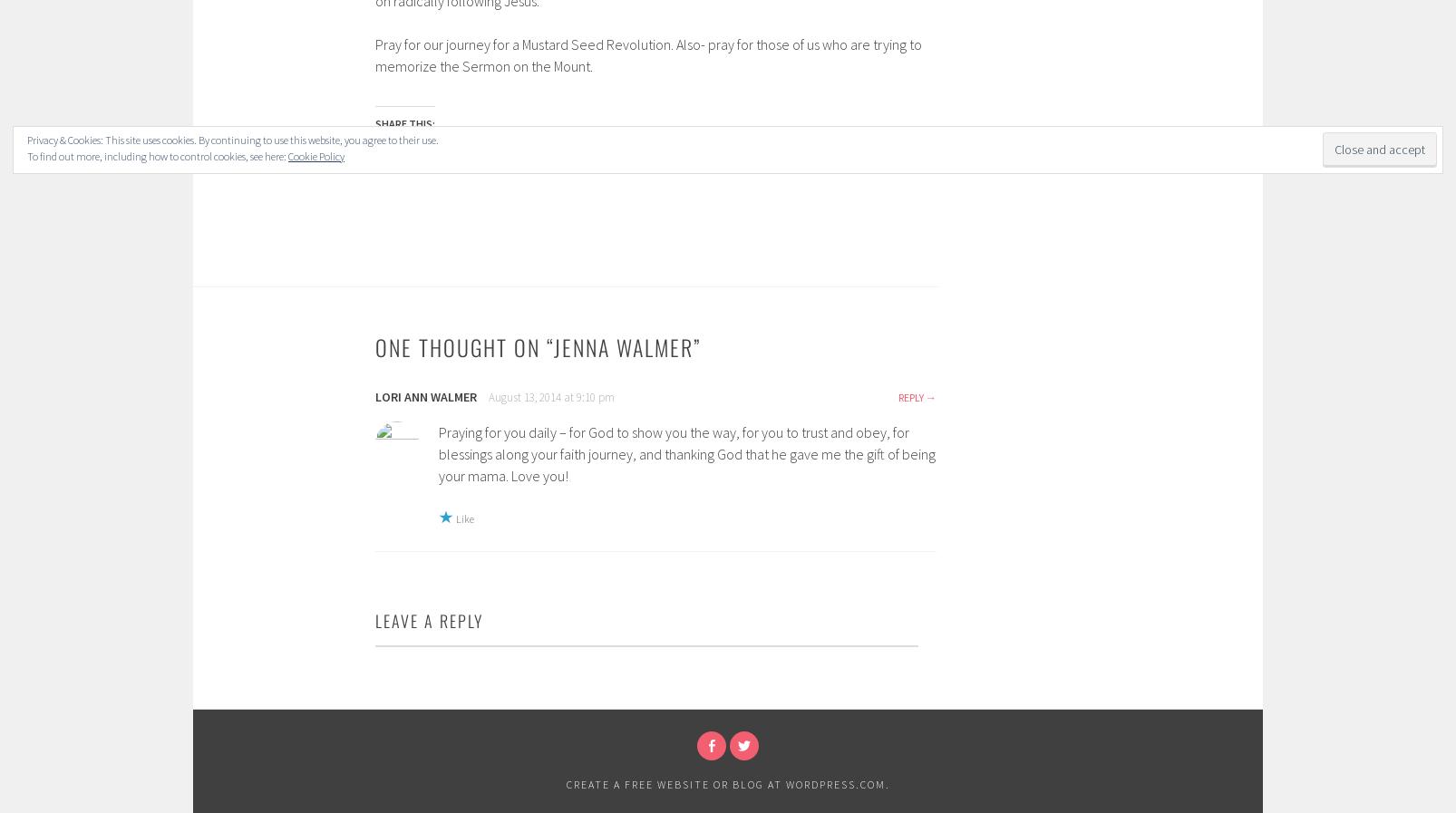 This screenshot has width=1456, height=813. Describe the element at coordinates (232, 139) in the screenshot. I see `'Privacy & Cookies: This site uses cookies. By continuing to use this website, you agree to their use.'` at that location.